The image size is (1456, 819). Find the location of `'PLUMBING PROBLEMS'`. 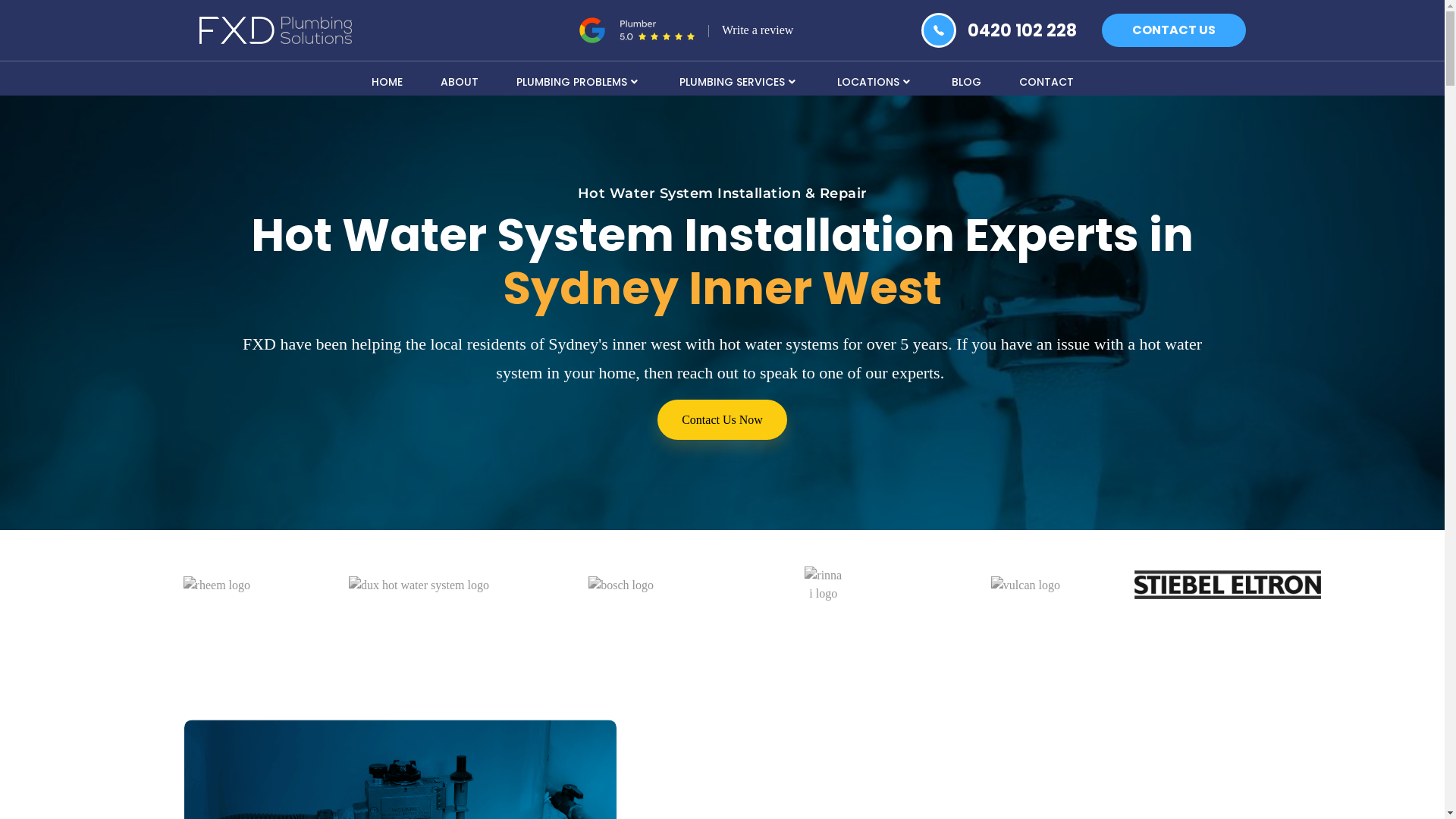

'PLUMBING PROBLEMS' is located at coordinates (497, 80).